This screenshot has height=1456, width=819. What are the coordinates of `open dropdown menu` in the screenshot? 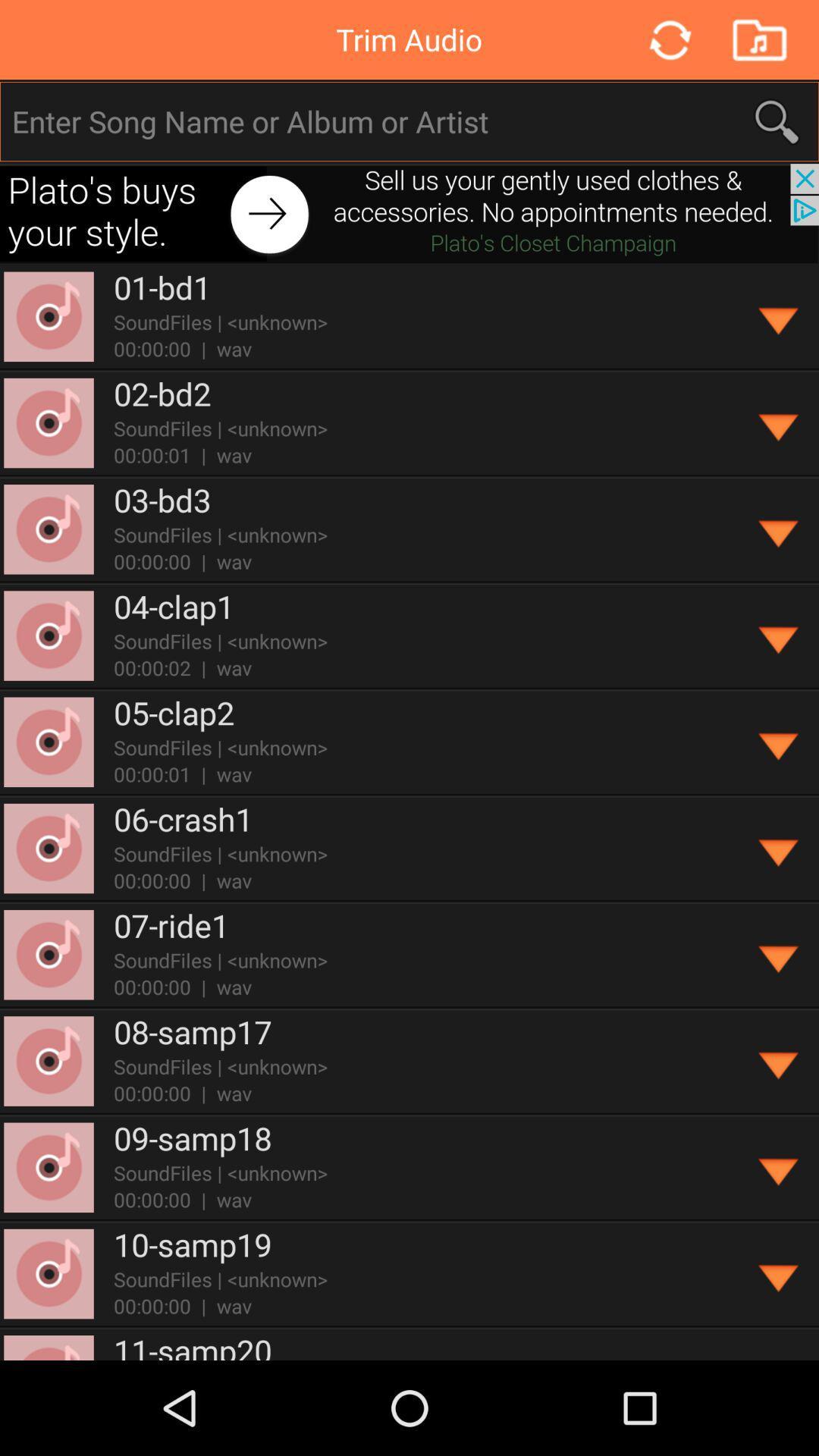 It's located at (779, 1060).